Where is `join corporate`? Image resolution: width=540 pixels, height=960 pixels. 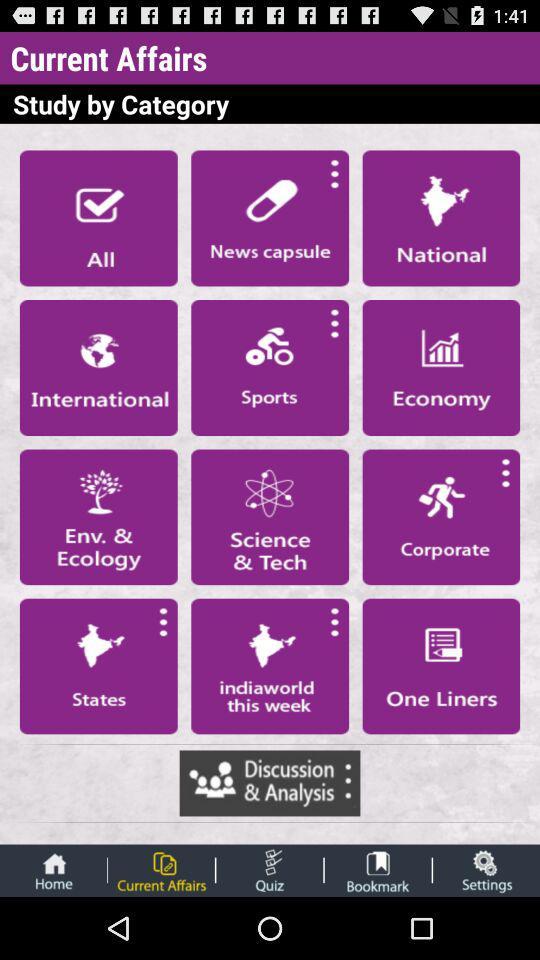
join corporate is located at coordinates (441, 516).